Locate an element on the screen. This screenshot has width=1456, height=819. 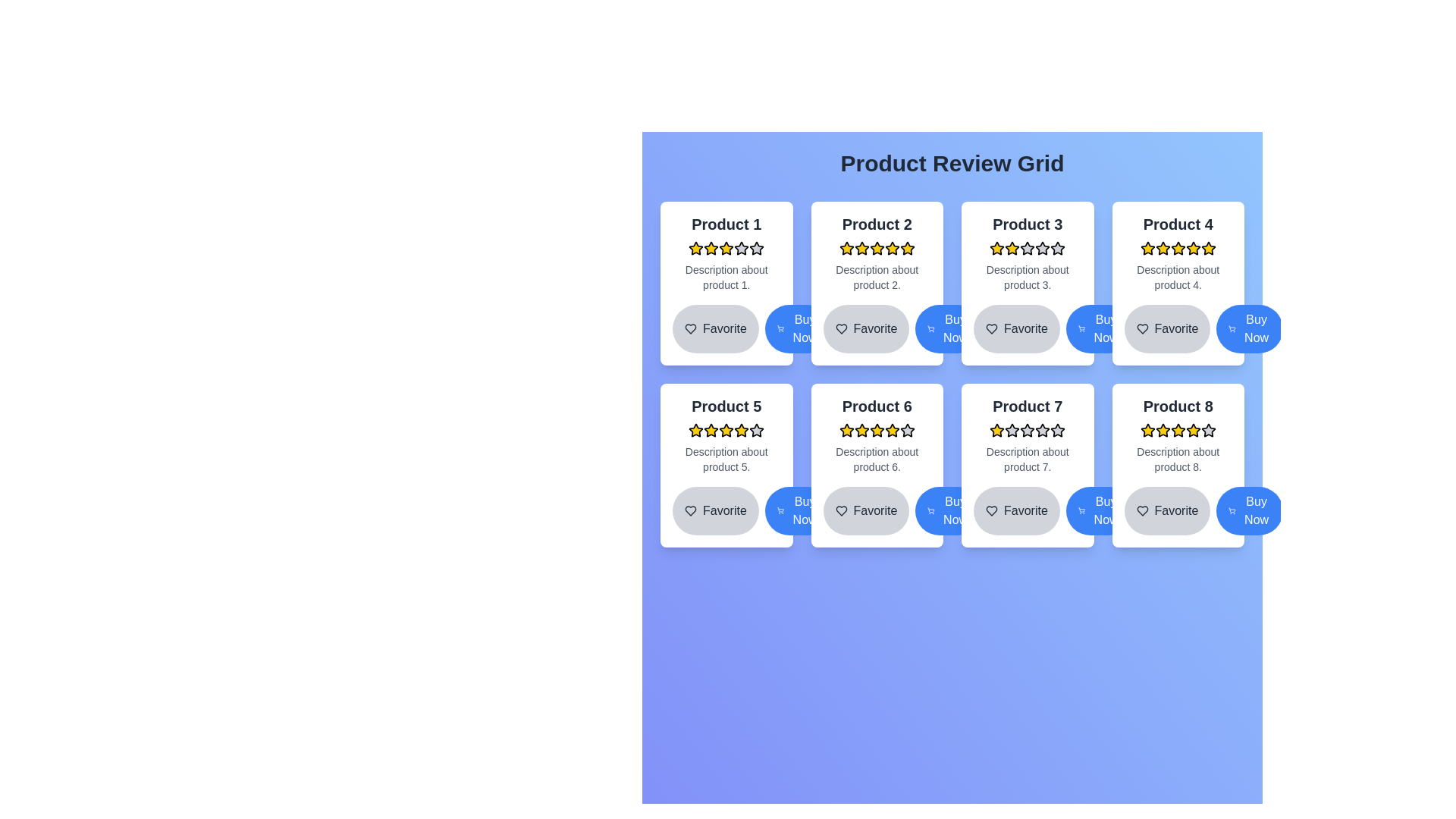
the fourth star icon in the rating component for 'Product 4' to set the rating is located at coordinates (1192, 247).